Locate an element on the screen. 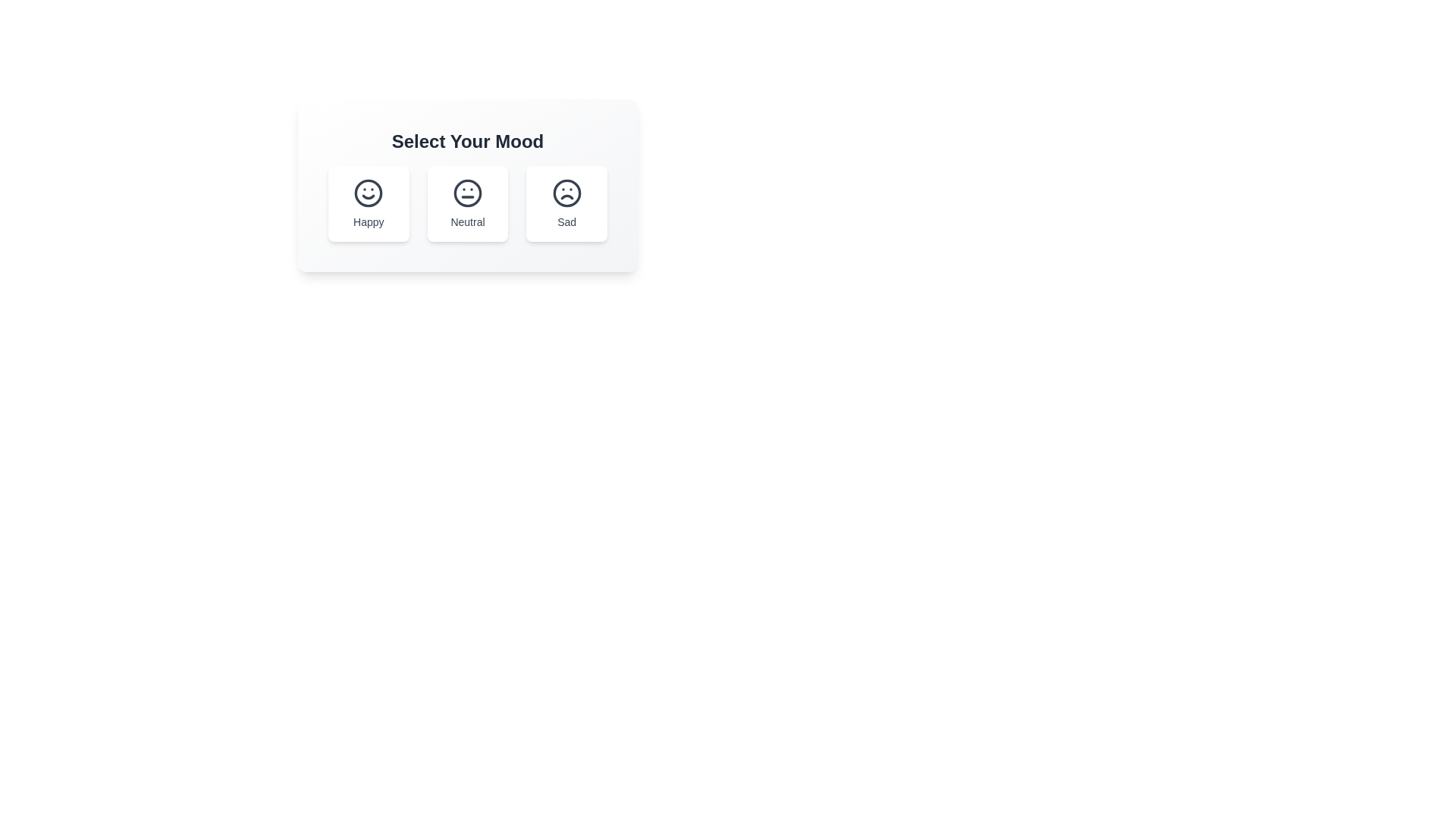 The image size is (1456, 819). the mood button labeled Neutral is located at coordinates (467, 203).